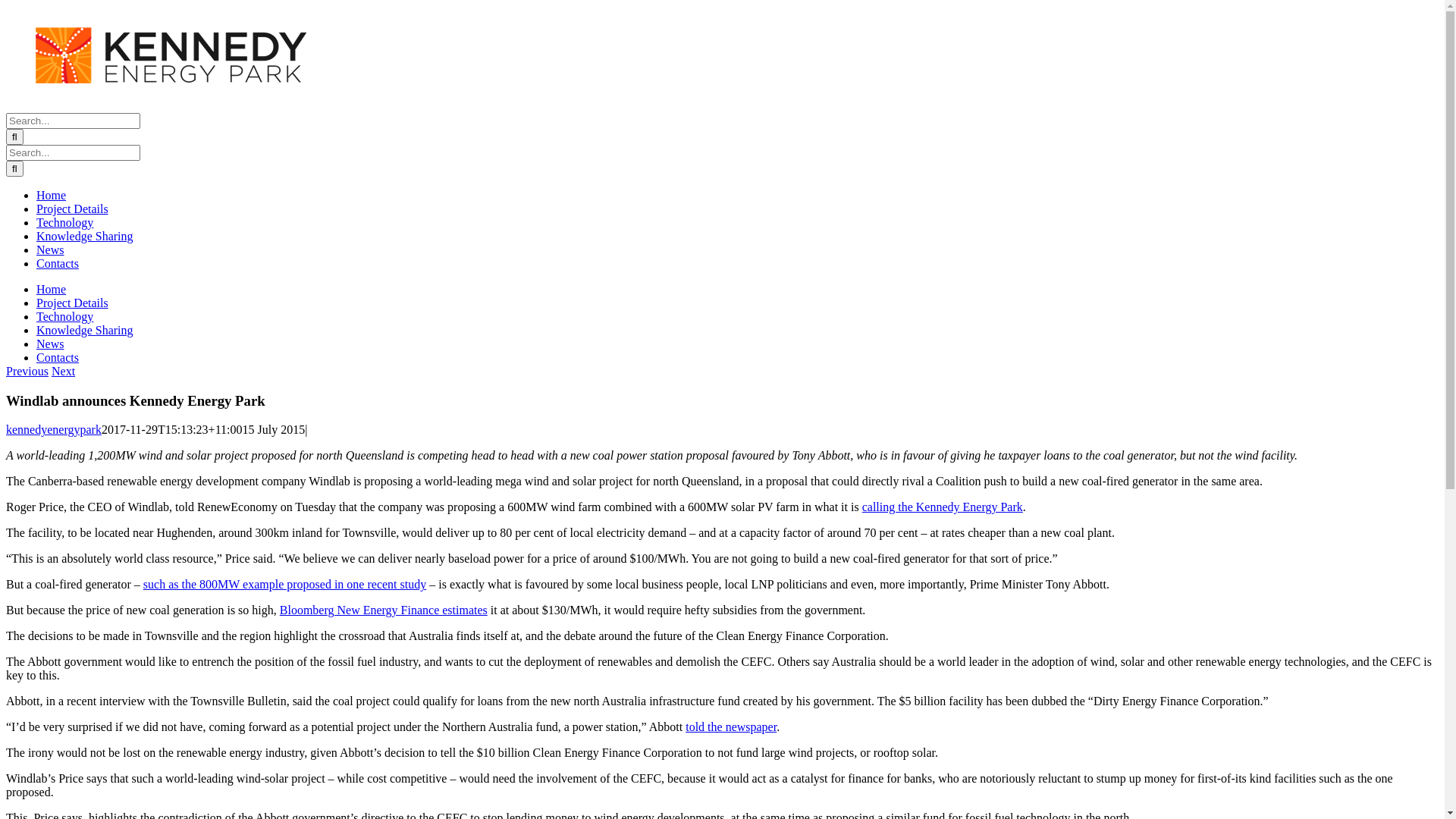 The height and width of the screenshot is (819, 1456). I want to click on 'Bloomberg New Energy Finance estimates', so click(383, 609).